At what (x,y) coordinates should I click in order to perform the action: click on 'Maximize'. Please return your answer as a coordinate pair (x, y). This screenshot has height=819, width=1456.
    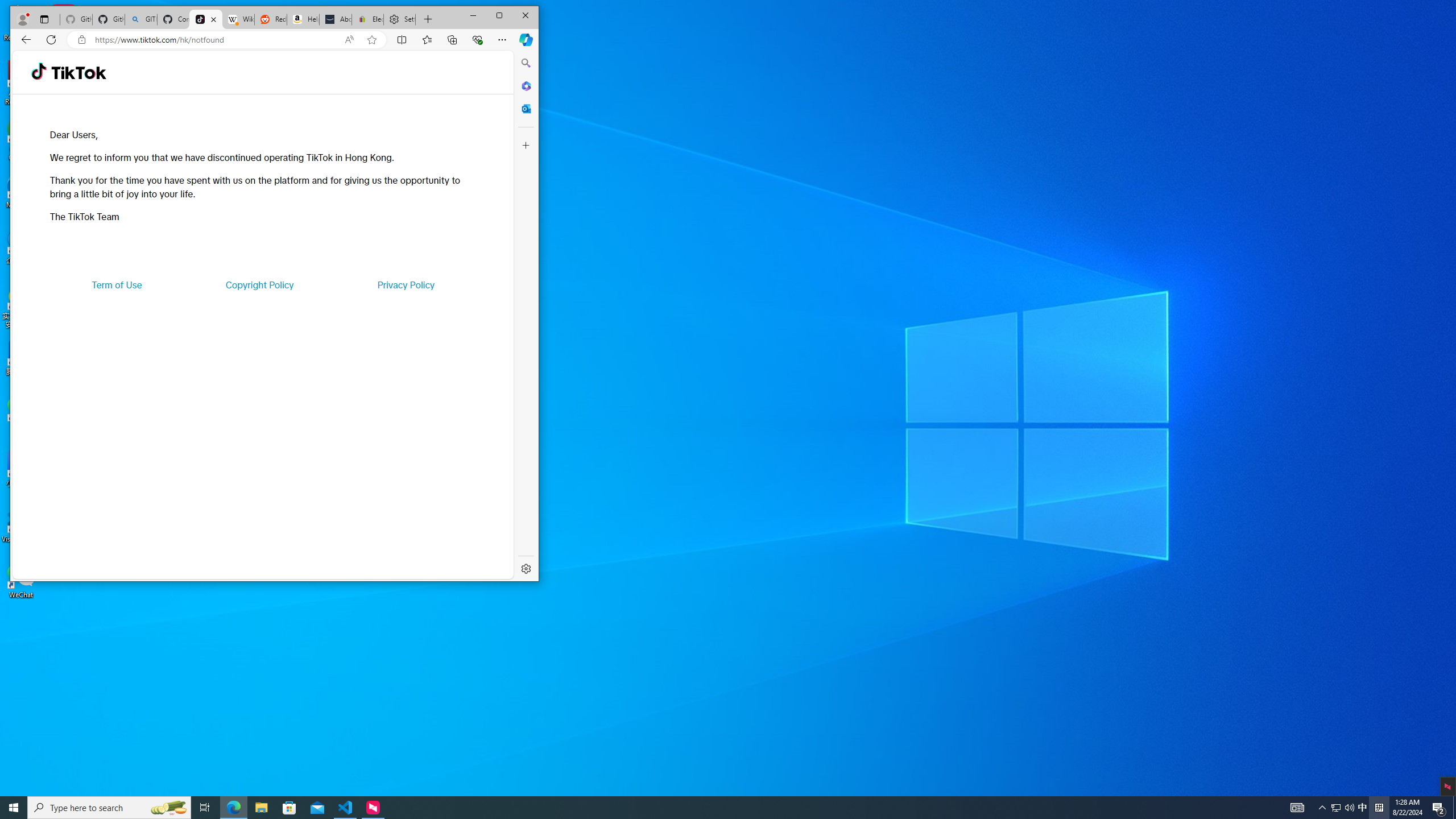
    Looking at the image, I should click on (499, 15).